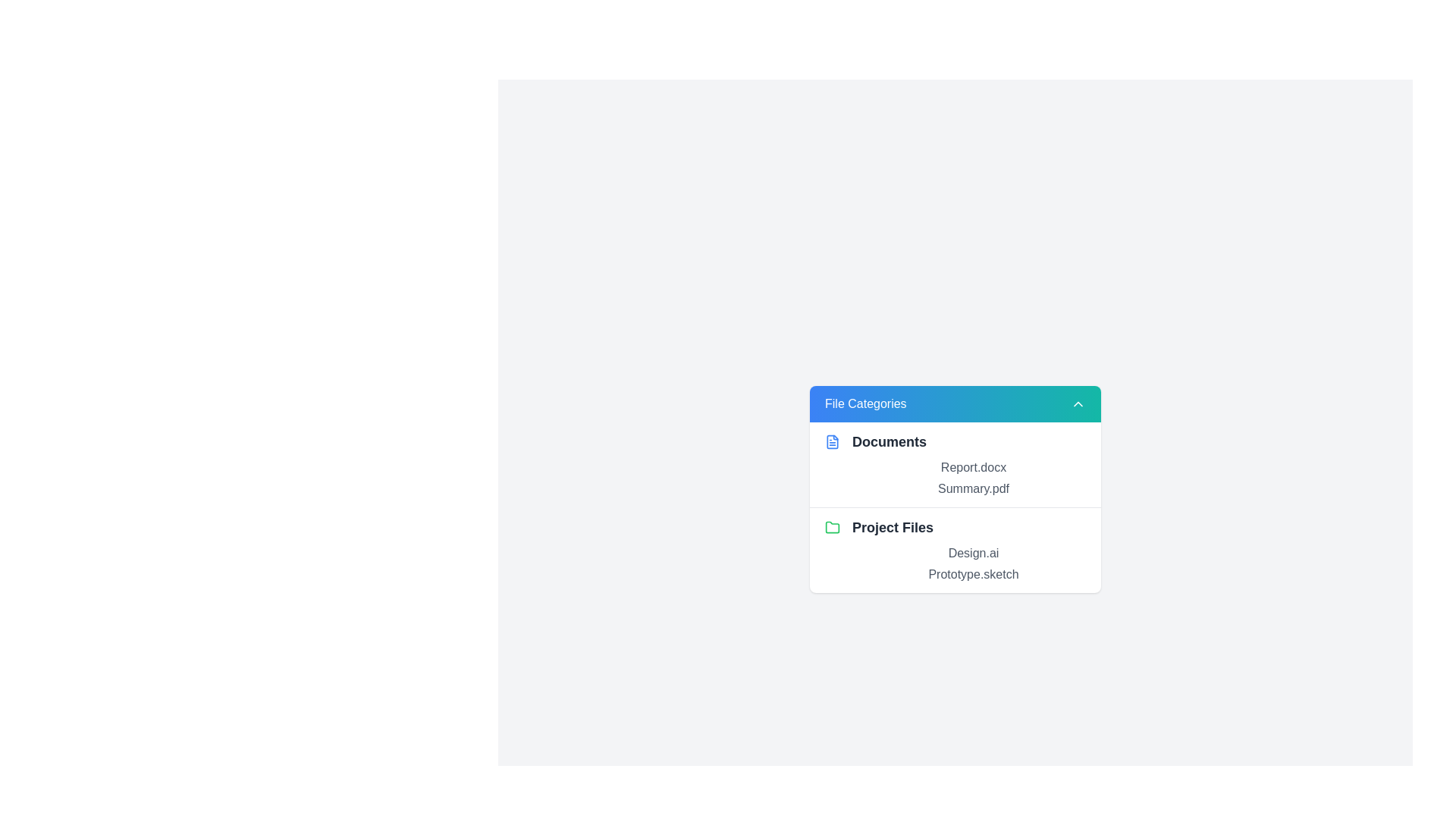 The width and height of the screenshot is (1456, 819). What do you see at coordinates (973, 466) in the screenshot?
I see `the text link 'Report.docx', which is the first file entry under the 'Documents' section, positioned above 'Summary.pdf'` at bounding box center [973, 466].